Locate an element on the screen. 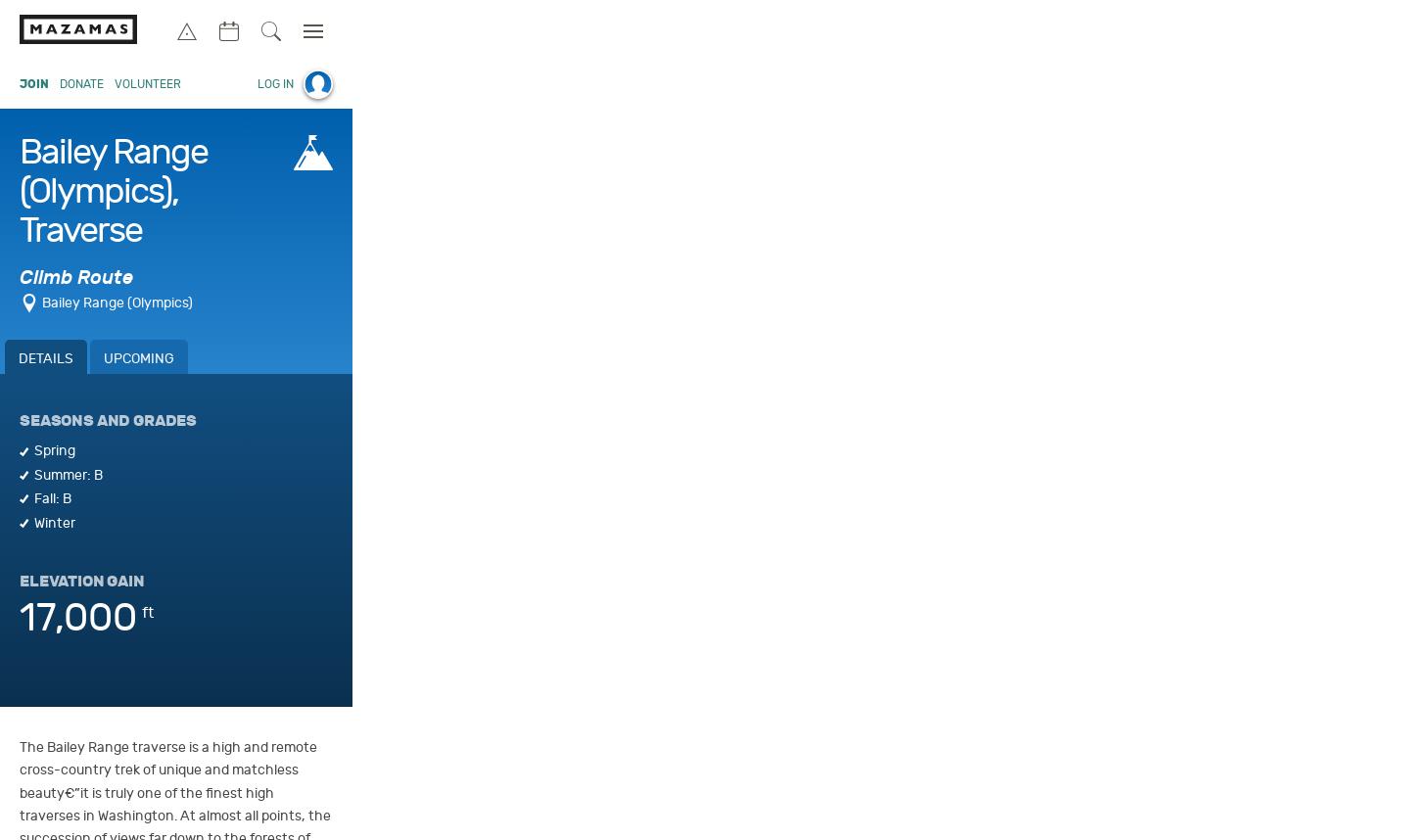 The width and height of the screenshot is (1407, 840). 'Summer: B' is located at coordinates (67, 473).